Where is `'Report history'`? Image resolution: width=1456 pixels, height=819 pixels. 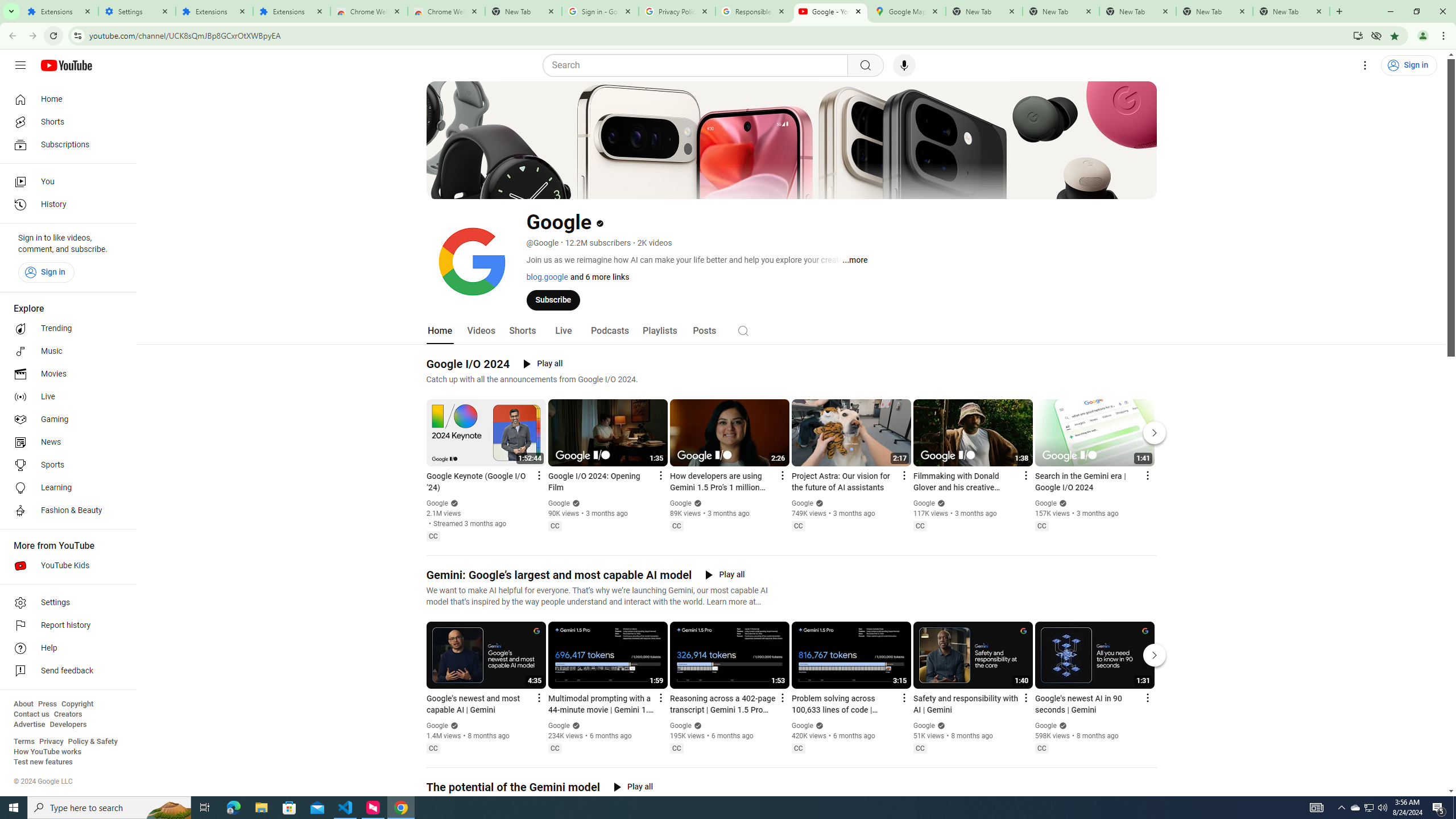 'Report history' is located at coordinates (64, 625).